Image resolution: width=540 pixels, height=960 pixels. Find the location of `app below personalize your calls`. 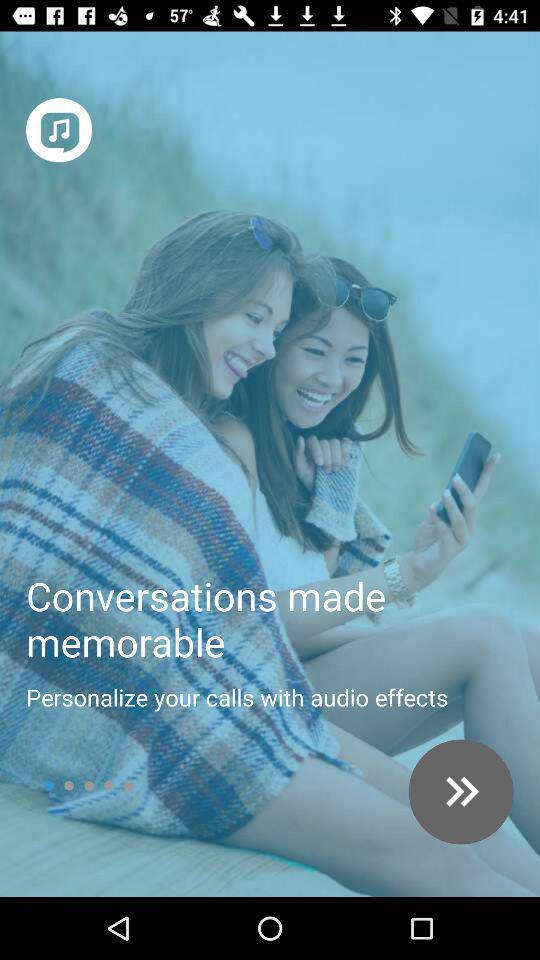

app below personalize your calls is located at coordinates (461, 792).